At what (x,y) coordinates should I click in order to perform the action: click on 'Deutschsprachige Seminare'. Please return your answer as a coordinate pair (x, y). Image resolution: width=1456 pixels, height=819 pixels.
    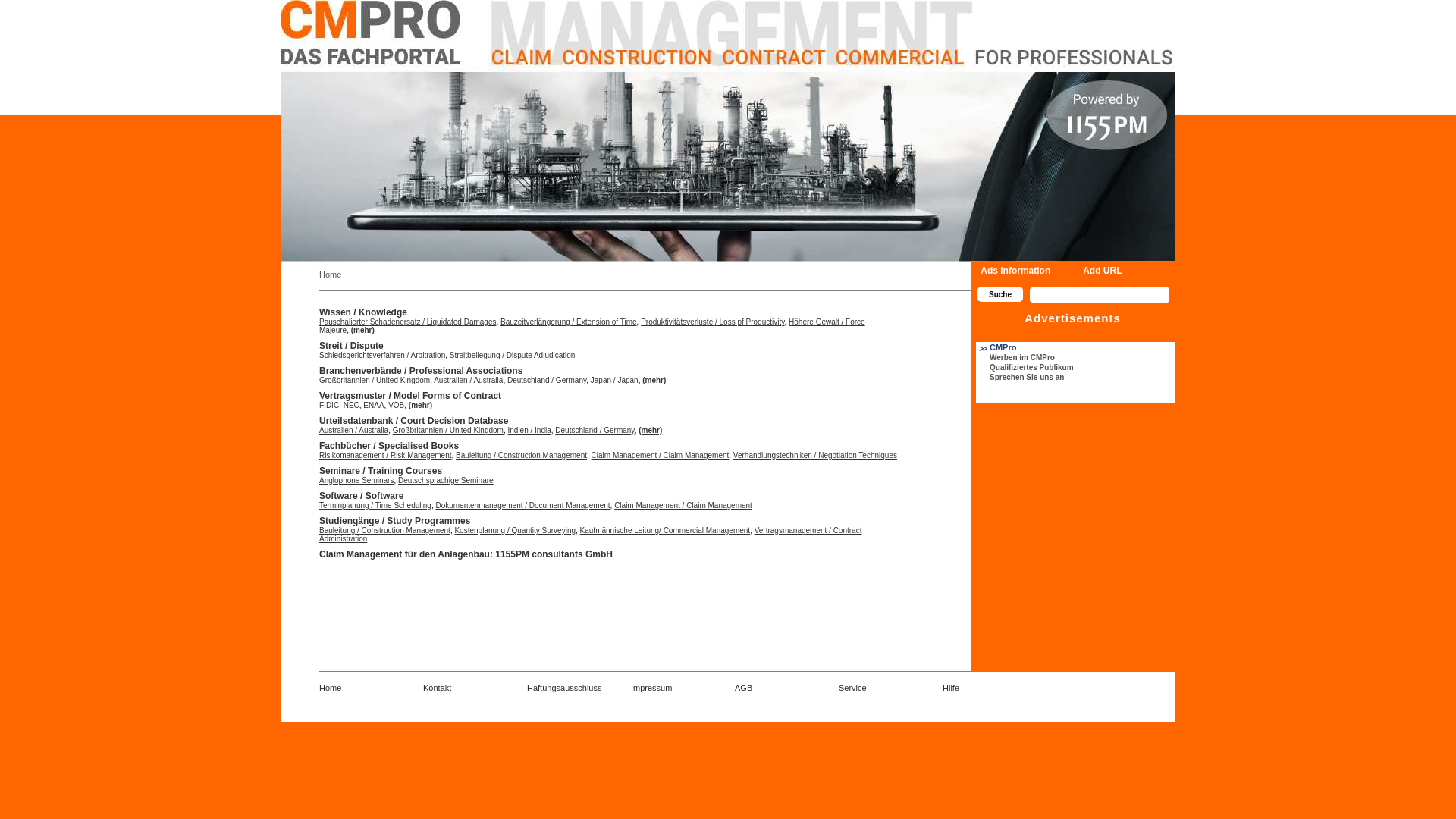
    Looking at the image, I should click on (445, 480).